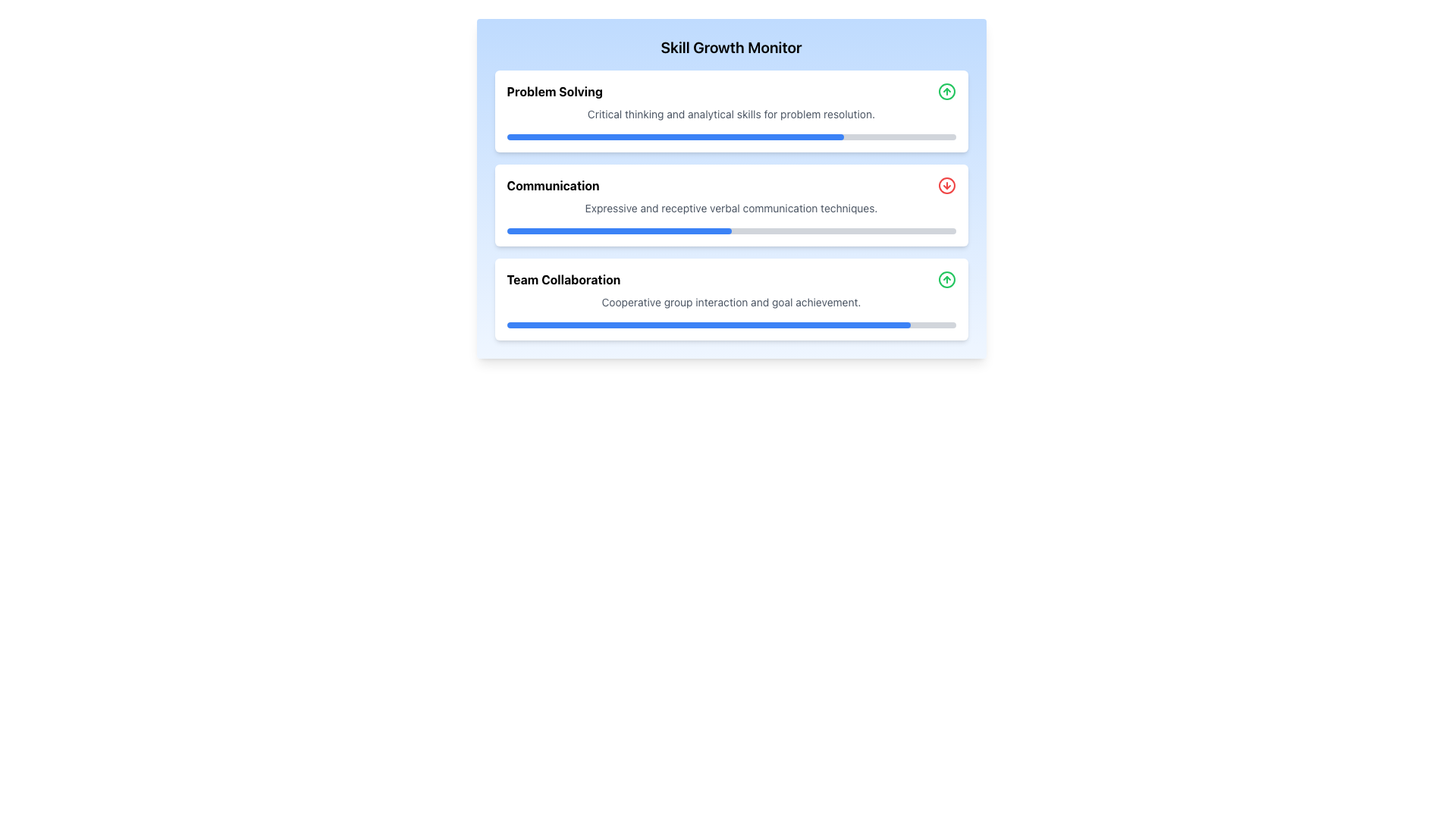 This screenshot has height=819, width=1456. Describe the element at coordinates (731, 113) in the screenshot. I see `the text label that reads 'Critical thinking and analytical skills for problem resolution.' positioned under the header 'Problem Solving'` at that location.